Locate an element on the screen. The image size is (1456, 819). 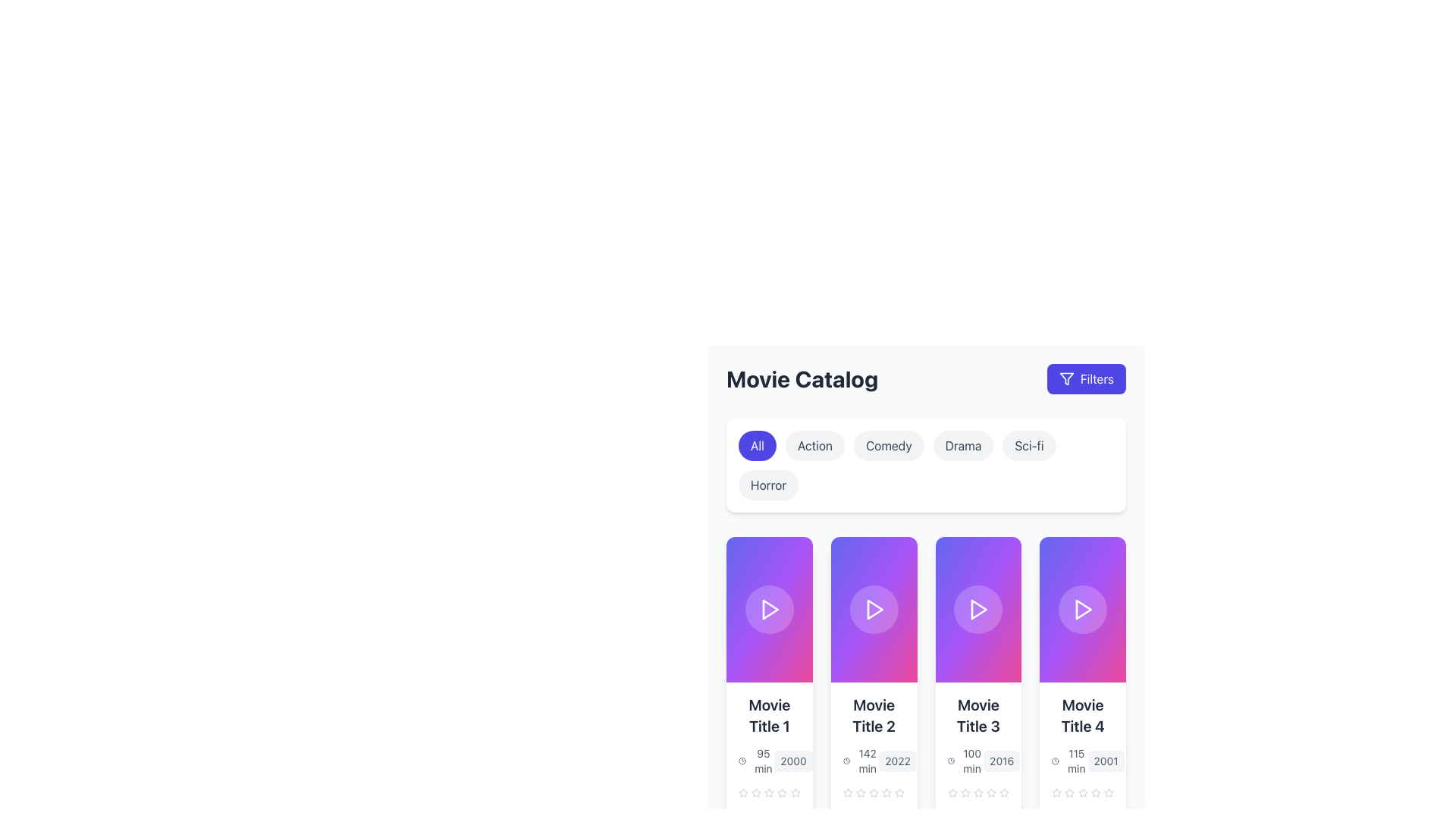
the prominent circular play button with a white triangular play icon, located in the uppermost portion of the card labeled 'Movie Title 3' in the movie catalog grid layout, to play the associated media is located at coordinates (978, 608).